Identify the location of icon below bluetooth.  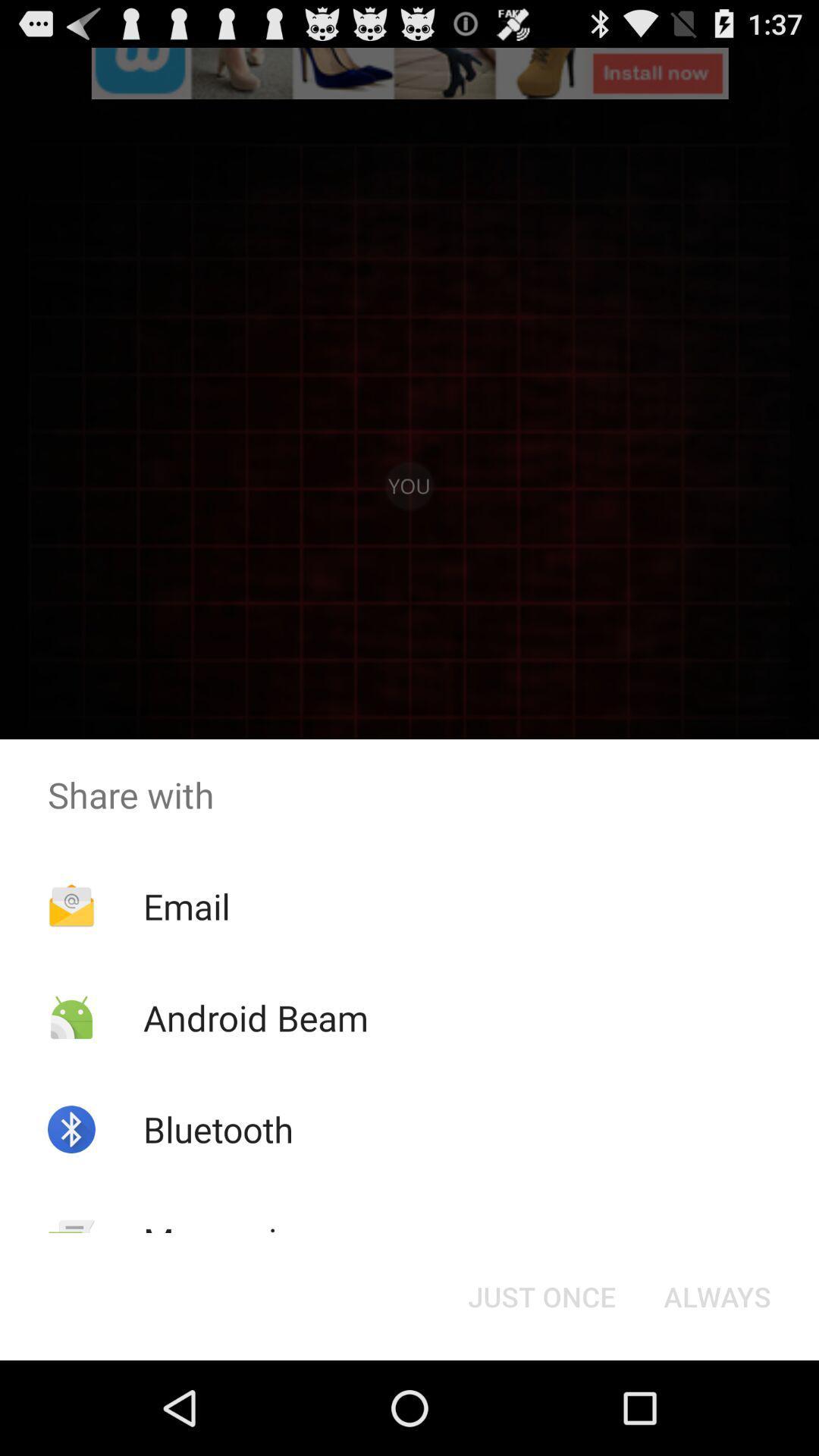
(230, 1241).